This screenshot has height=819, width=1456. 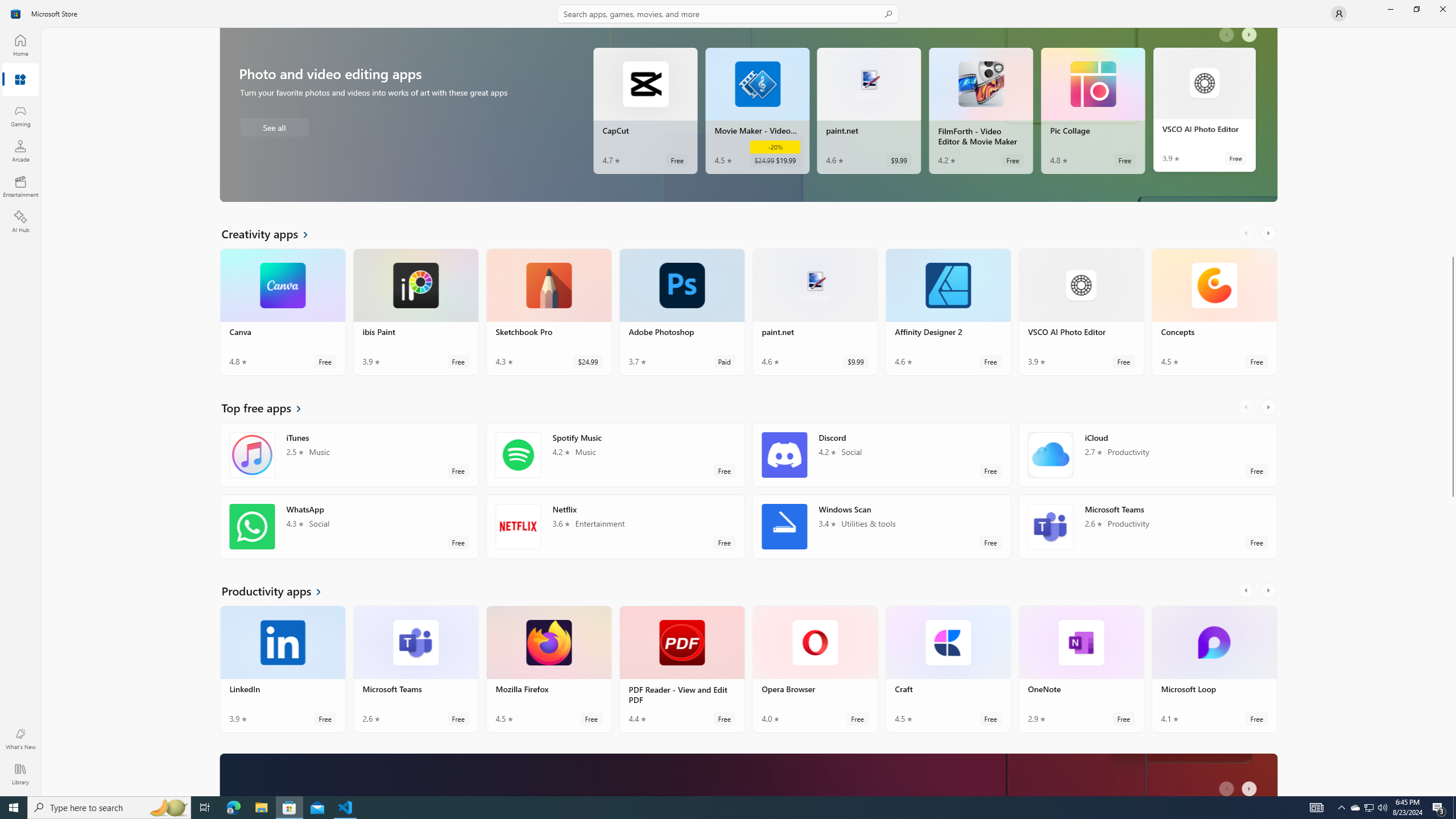 What do you see at coordinates (283, 311) in the screenshot?
I see `'Canva. Average rating of 4.8 out of five stars. Free  '` at bounding box center [283, 311].